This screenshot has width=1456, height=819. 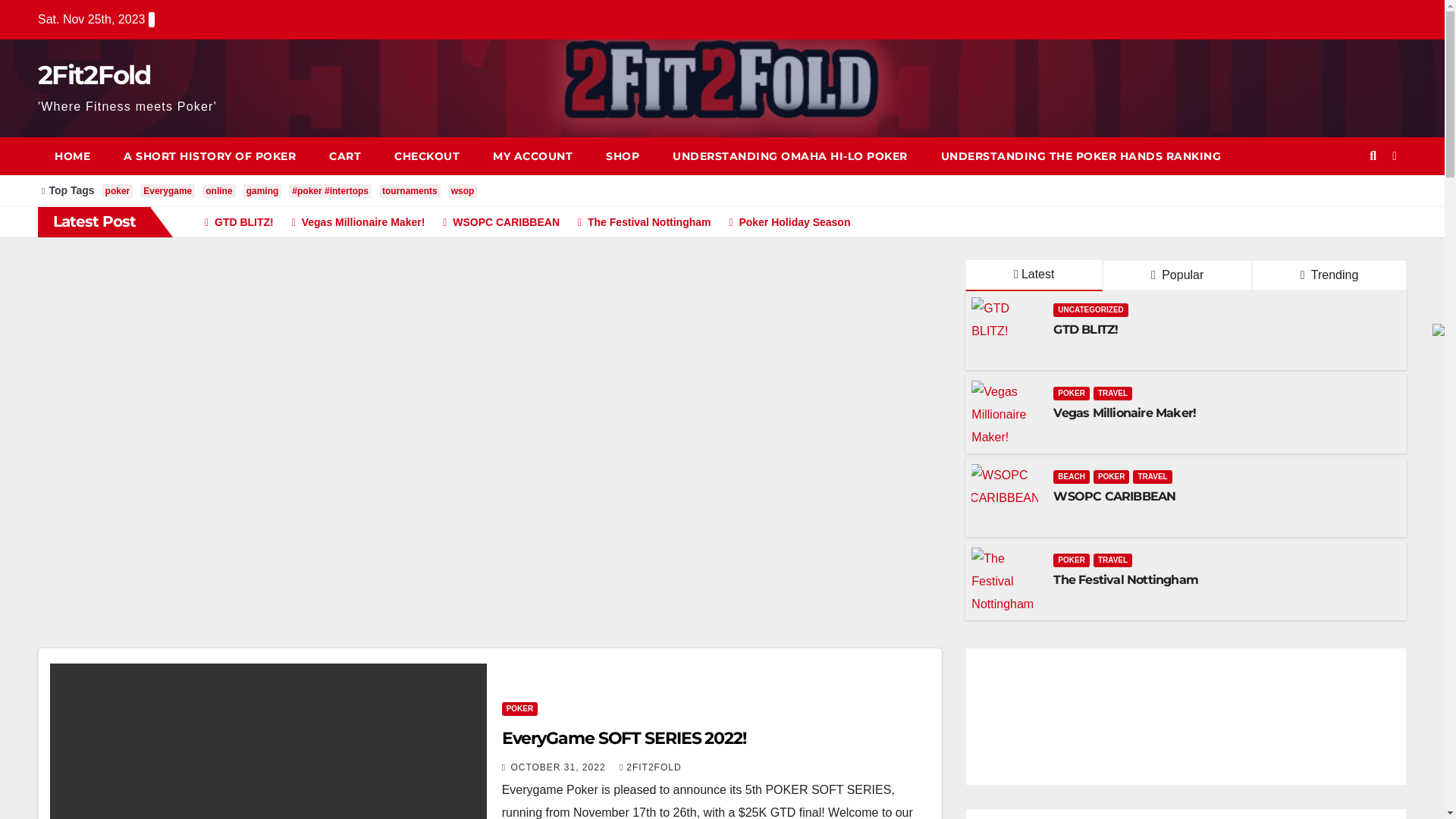 What do you see at coordinates (425, 155) in the screenshot?
I see `'CHECKOUT'` at bounding box center [425, 155].